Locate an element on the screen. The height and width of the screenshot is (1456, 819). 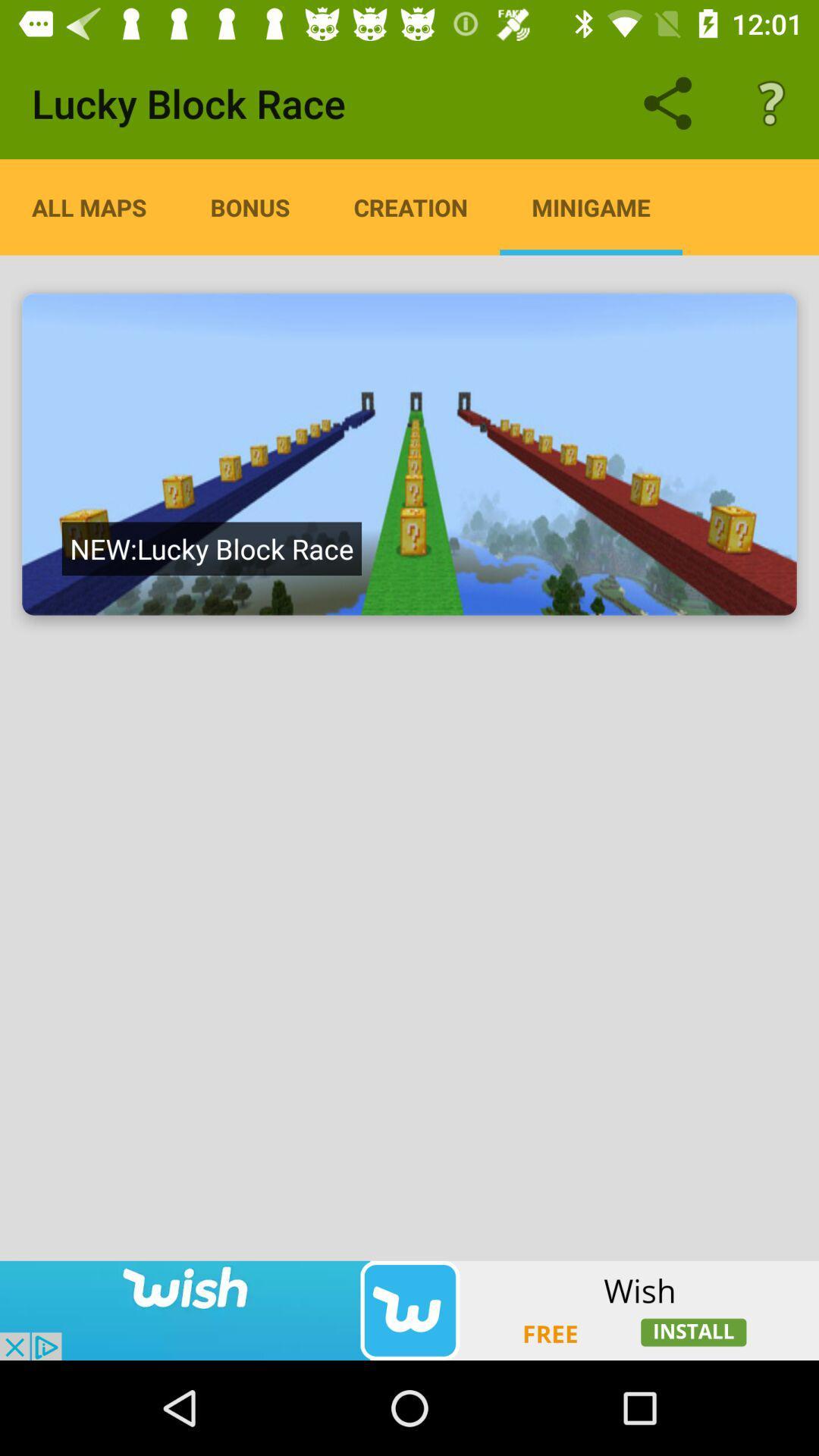
showing advertisements is located at coordinates (409, 1310).